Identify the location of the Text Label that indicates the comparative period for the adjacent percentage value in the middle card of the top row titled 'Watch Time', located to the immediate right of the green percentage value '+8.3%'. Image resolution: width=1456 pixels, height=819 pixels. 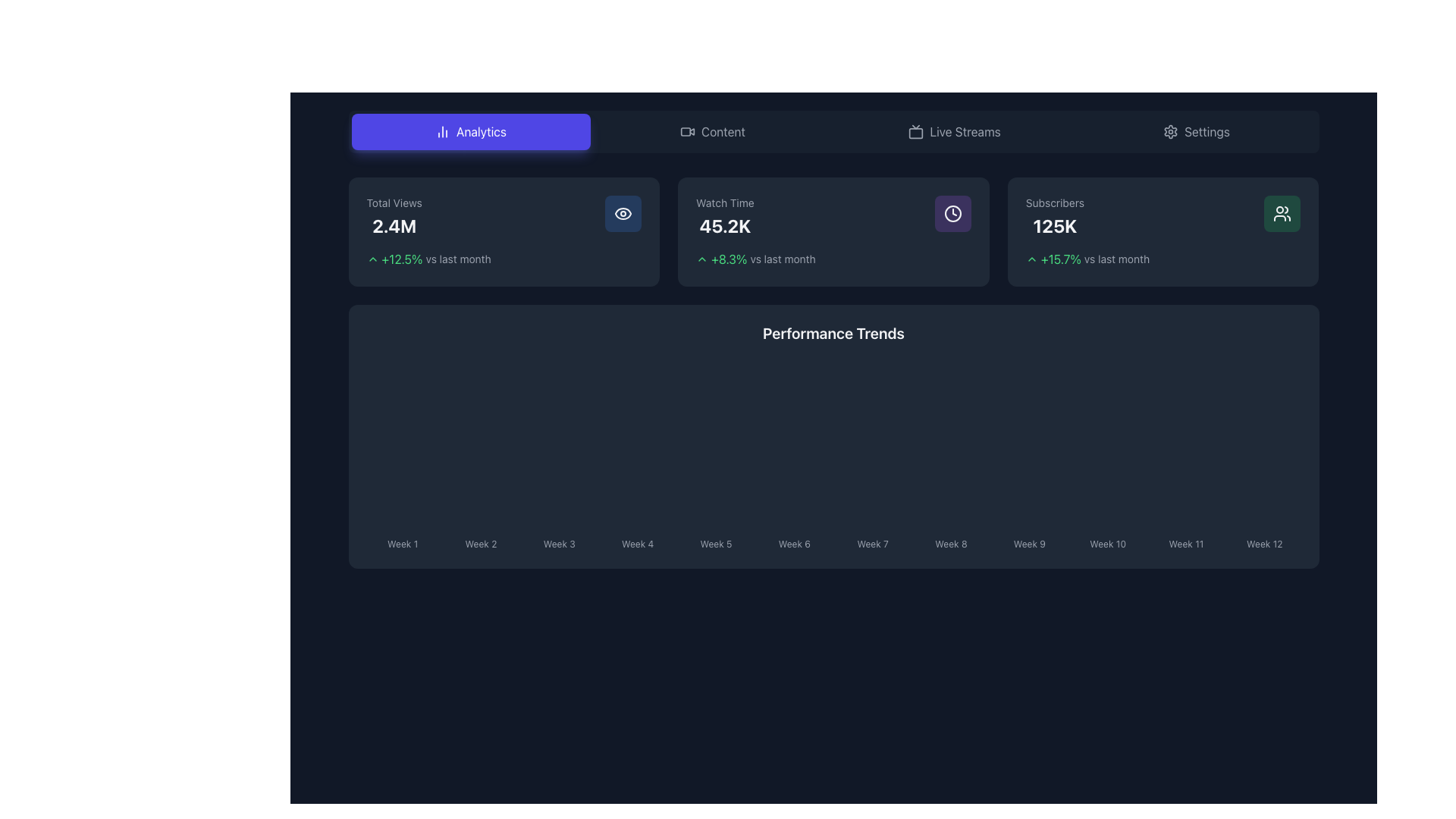
(783, 259).